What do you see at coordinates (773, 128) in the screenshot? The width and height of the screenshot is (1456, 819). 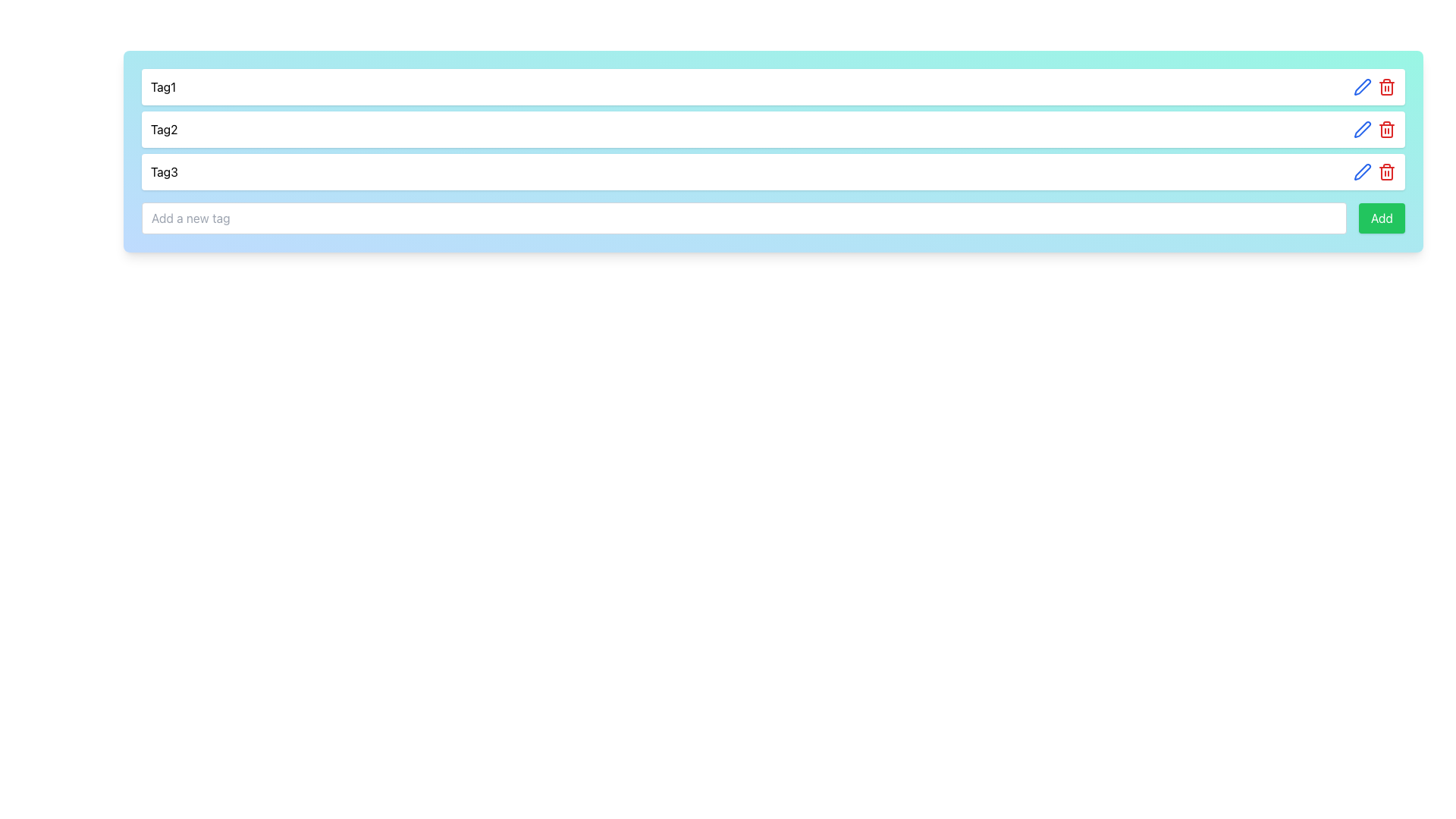 I see `the card-like UI component labeled 'Tag2', which is the second element in a vertical list of three similar cards, featuring a white background, rounded corners, and shadow effect` at bounding box center [773, 128].